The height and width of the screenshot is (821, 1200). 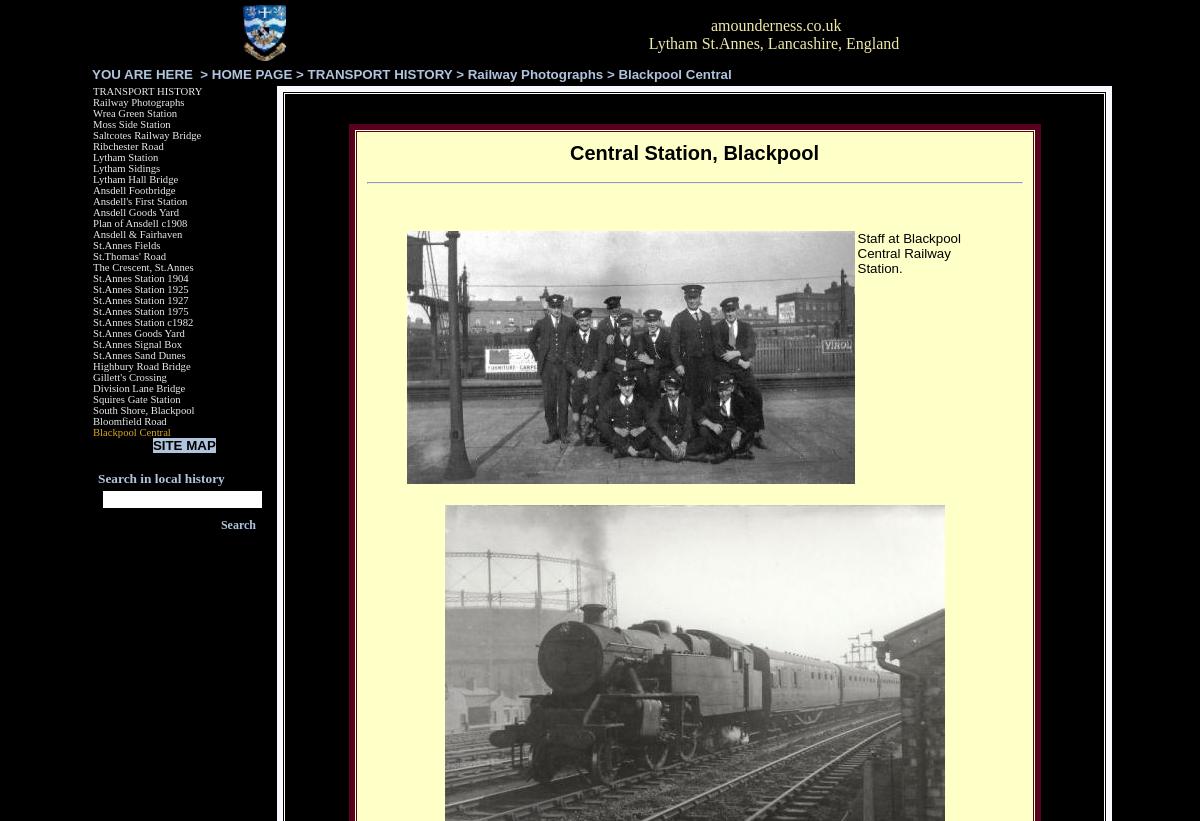 I want to click on 'Squires Gate Station', so click(x=93, y=398).